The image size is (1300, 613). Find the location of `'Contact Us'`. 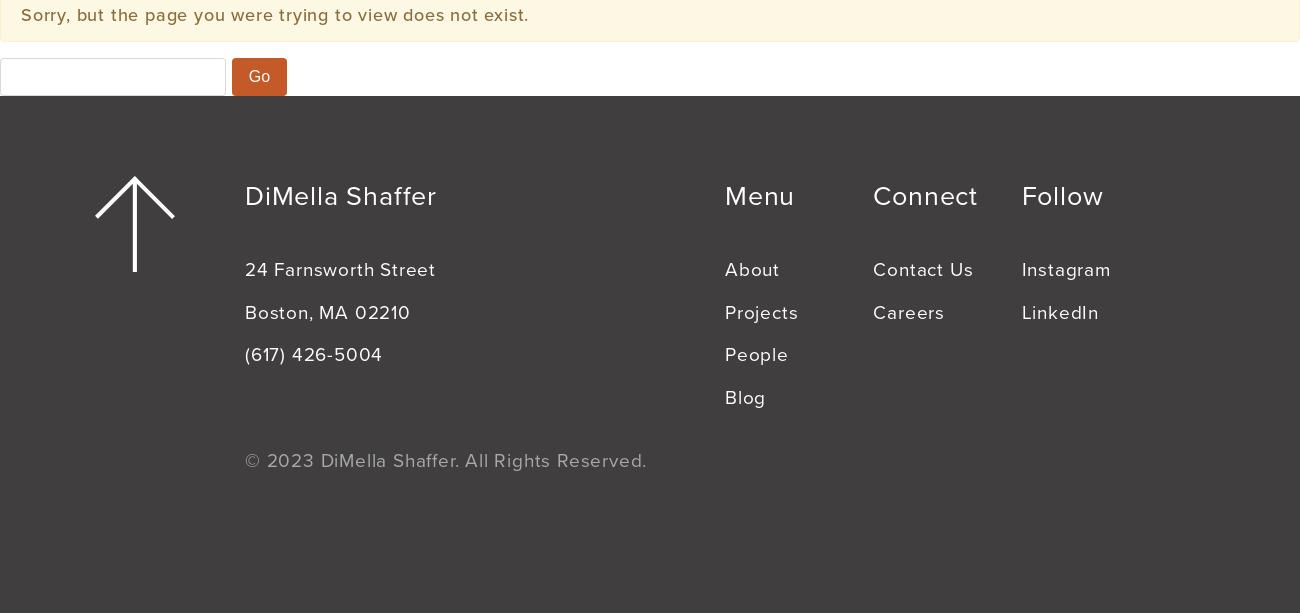

'Contact Us' is located at coordinates (923, 268).